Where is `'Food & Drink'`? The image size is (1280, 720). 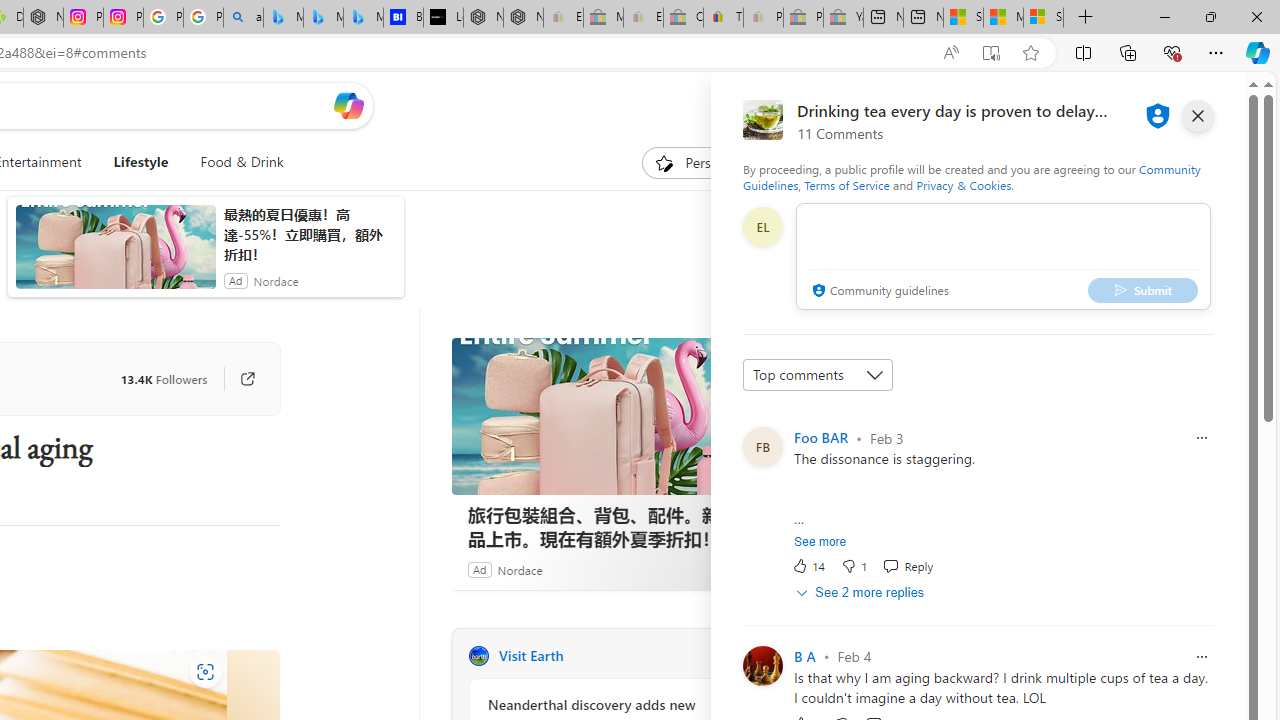 'Food & Drink' is located at coordinates (234, 162).